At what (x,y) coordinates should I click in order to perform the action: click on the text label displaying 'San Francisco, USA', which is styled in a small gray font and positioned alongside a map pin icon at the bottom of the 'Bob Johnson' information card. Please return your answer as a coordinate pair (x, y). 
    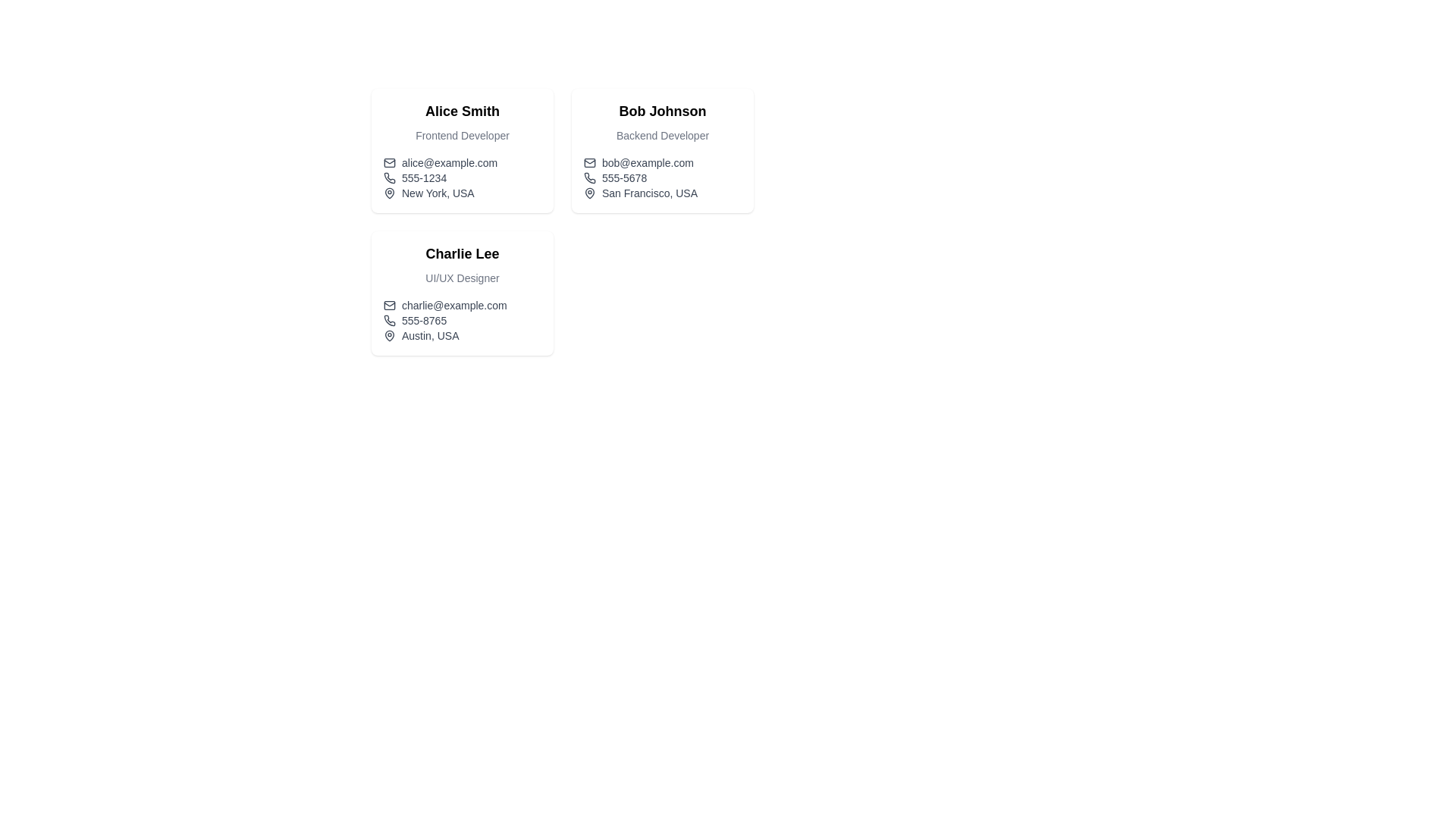
    Looking at the image, I should click on (650, 192).